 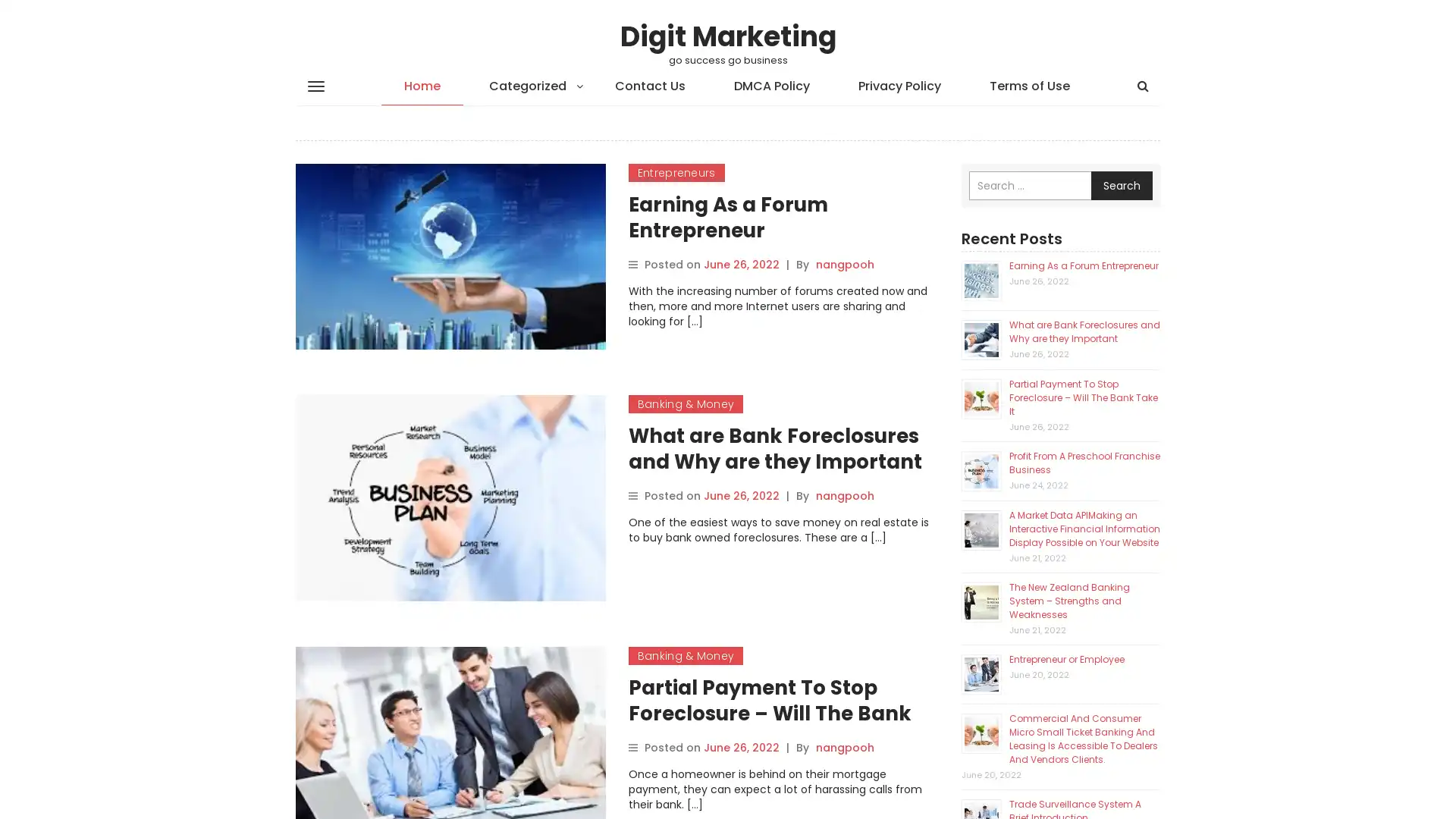 What do you see at coordinates (1122, 185) in the screenshot?
I see `Search` at bounding box center [1122, 185].